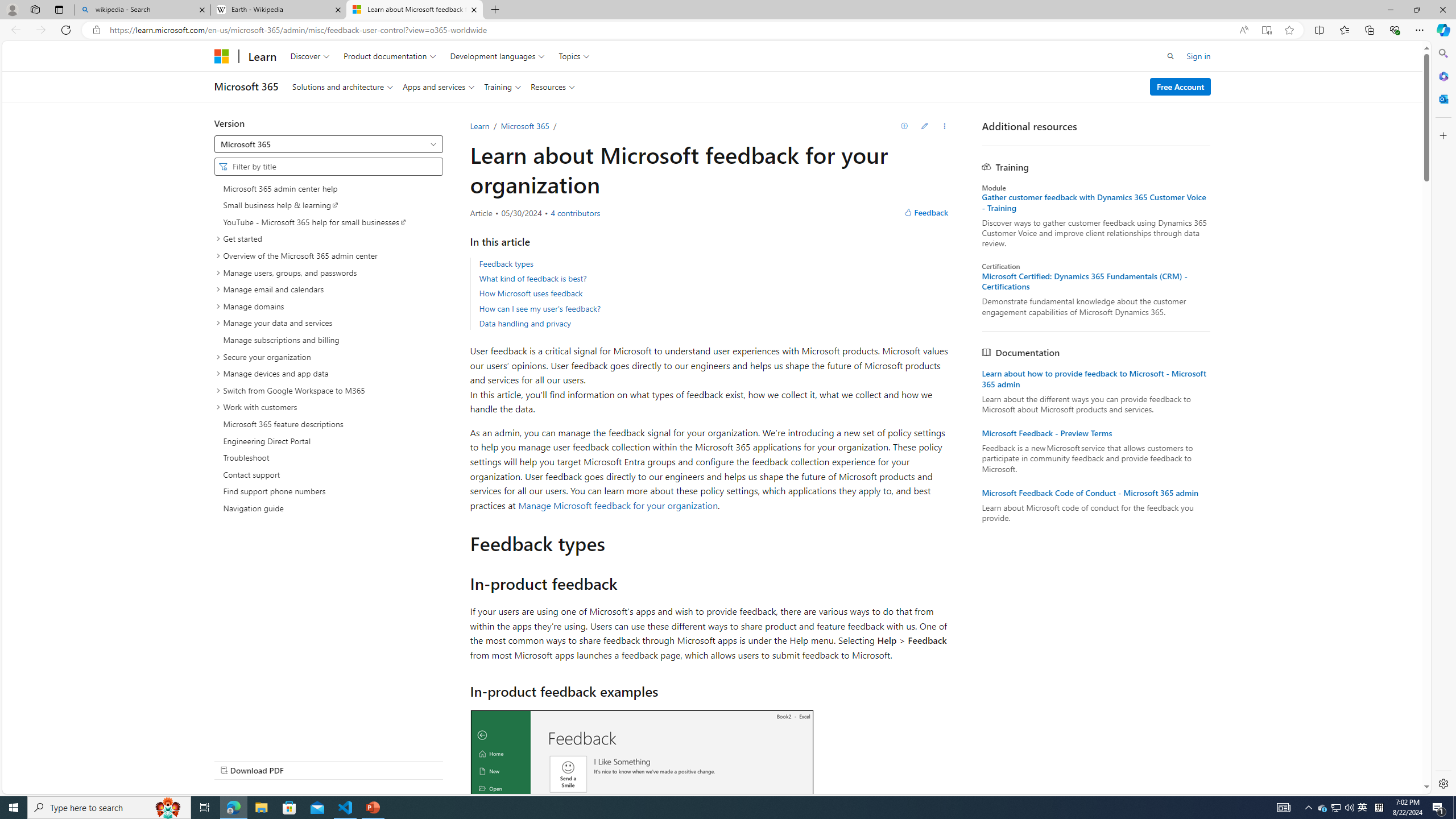 The image size is (1456, 819). What do you see at coordinates (1243, 30) in the screenshot?
I see `'Read aloud this page (Ctrl+Shift+U)'` at bounding box center [1243, 30].